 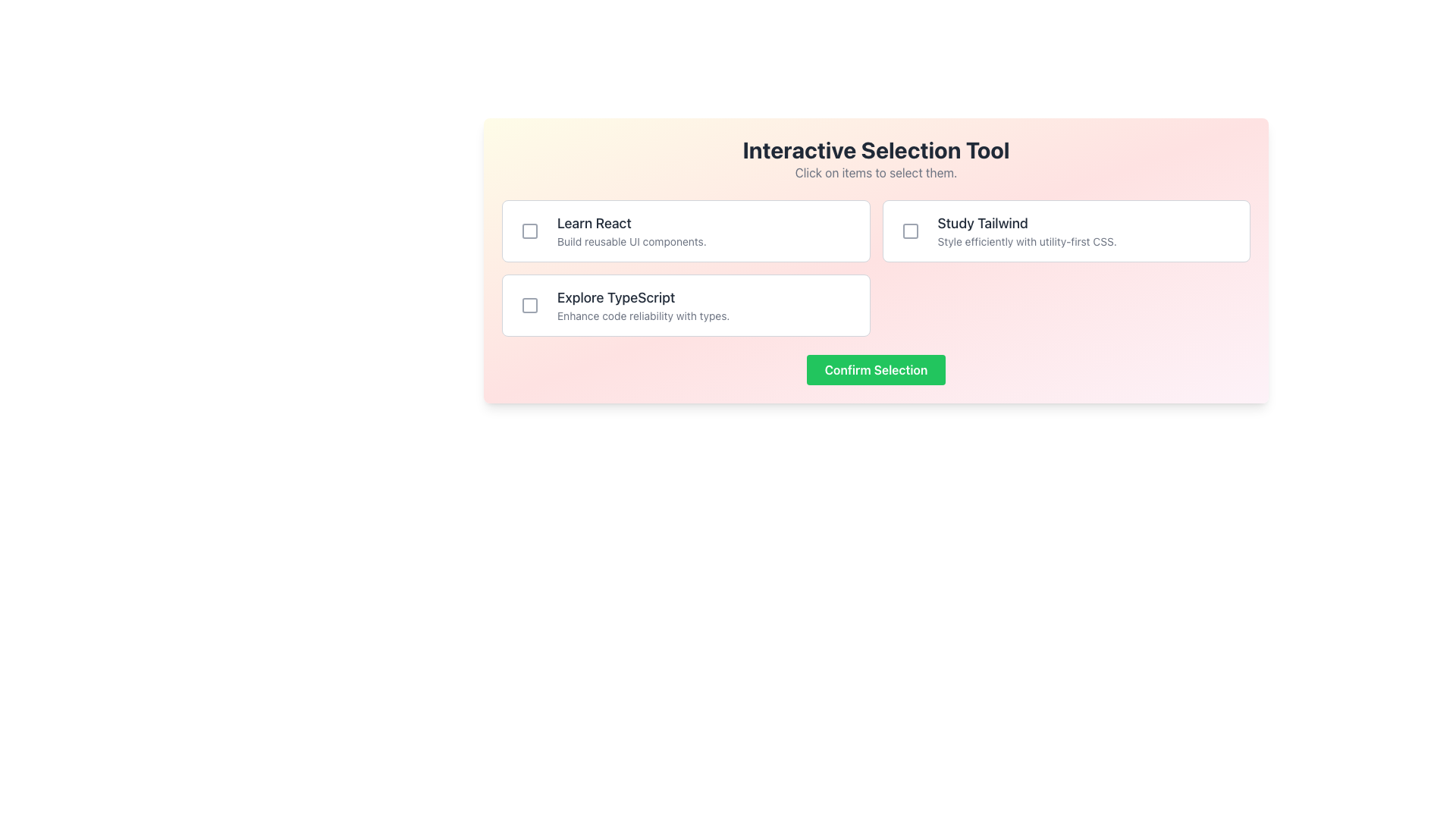 What do you see at coordinates (530, 231) in the screenshot?
I see `the checkbox styled with a border and light-gray fill, located on the left side of the 'Learn React' section` at bounding box center [530, 231].